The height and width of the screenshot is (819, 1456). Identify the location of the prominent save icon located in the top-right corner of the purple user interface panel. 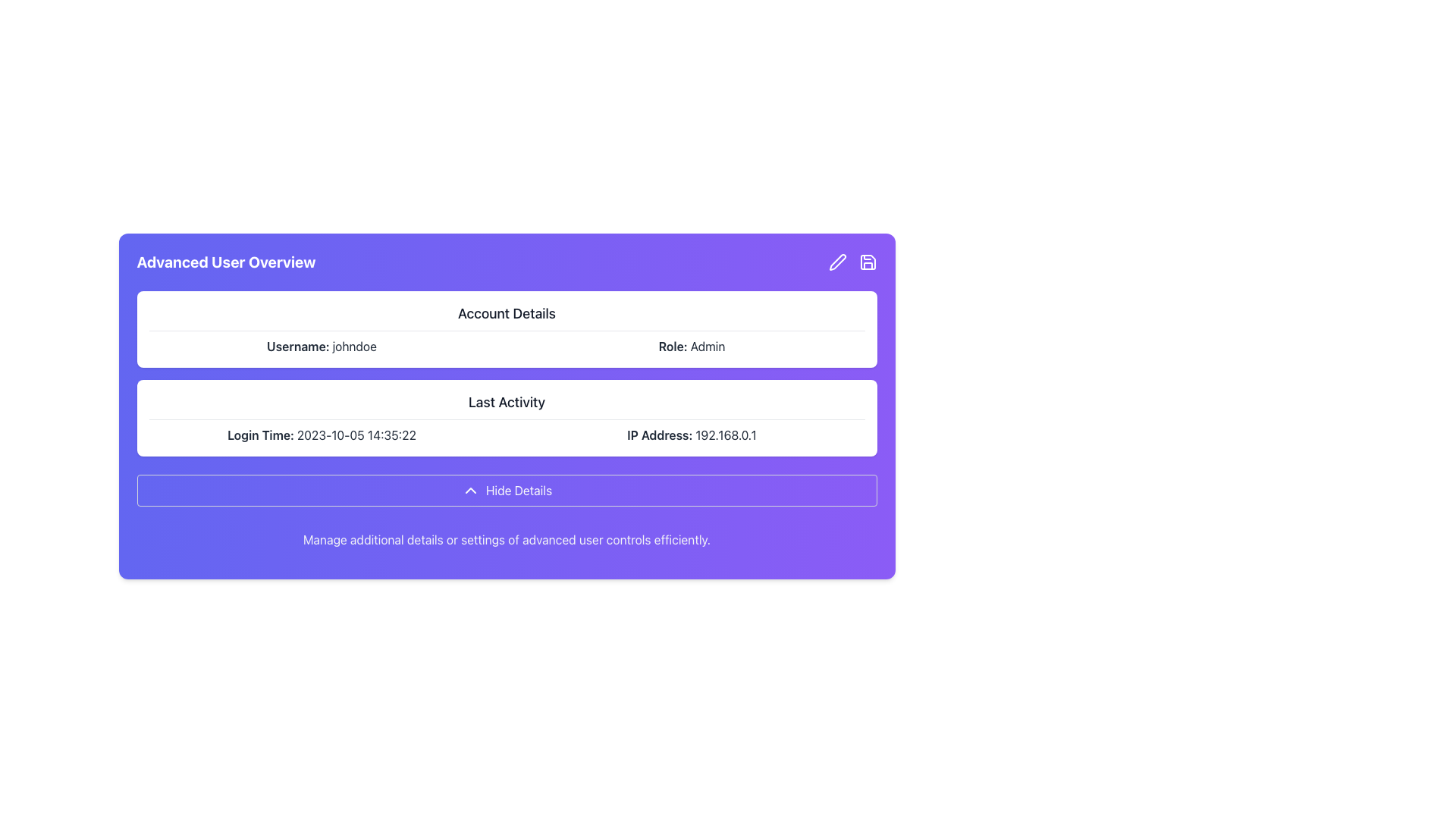
(868, 262).